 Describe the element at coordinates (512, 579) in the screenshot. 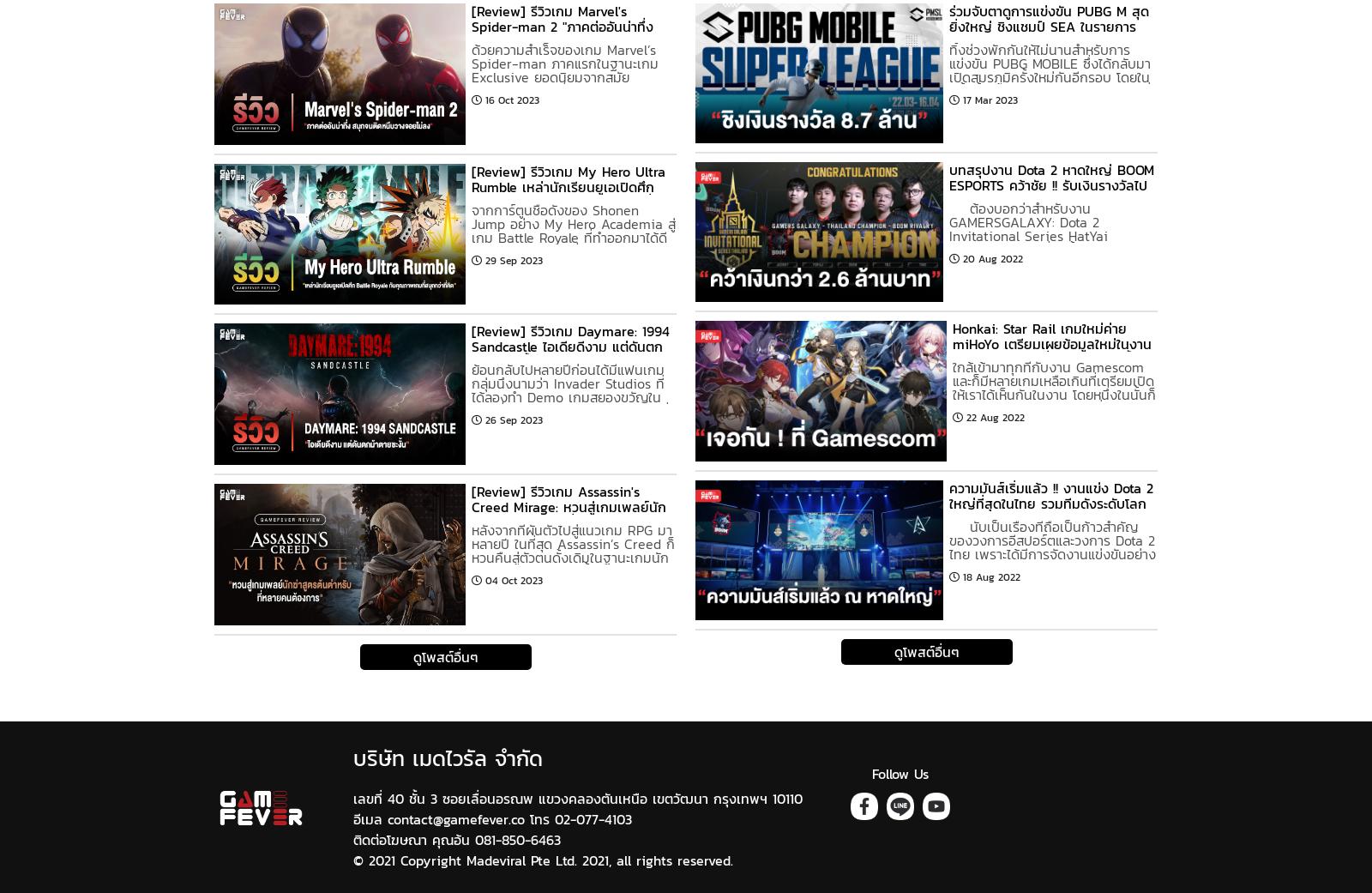

I see `'04 Oct 2023'` at that location.